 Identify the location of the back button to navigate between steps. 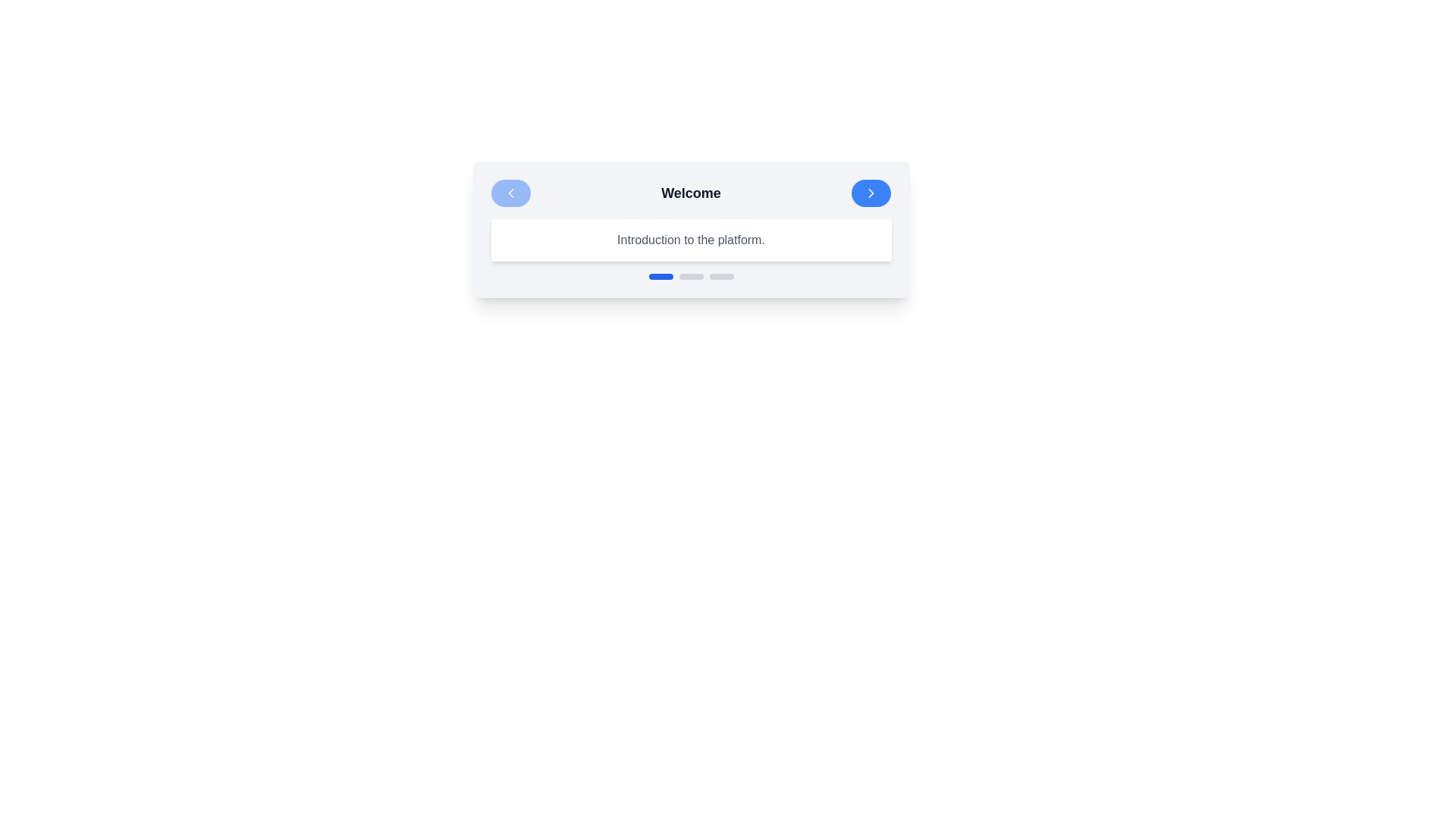
(510, 192).